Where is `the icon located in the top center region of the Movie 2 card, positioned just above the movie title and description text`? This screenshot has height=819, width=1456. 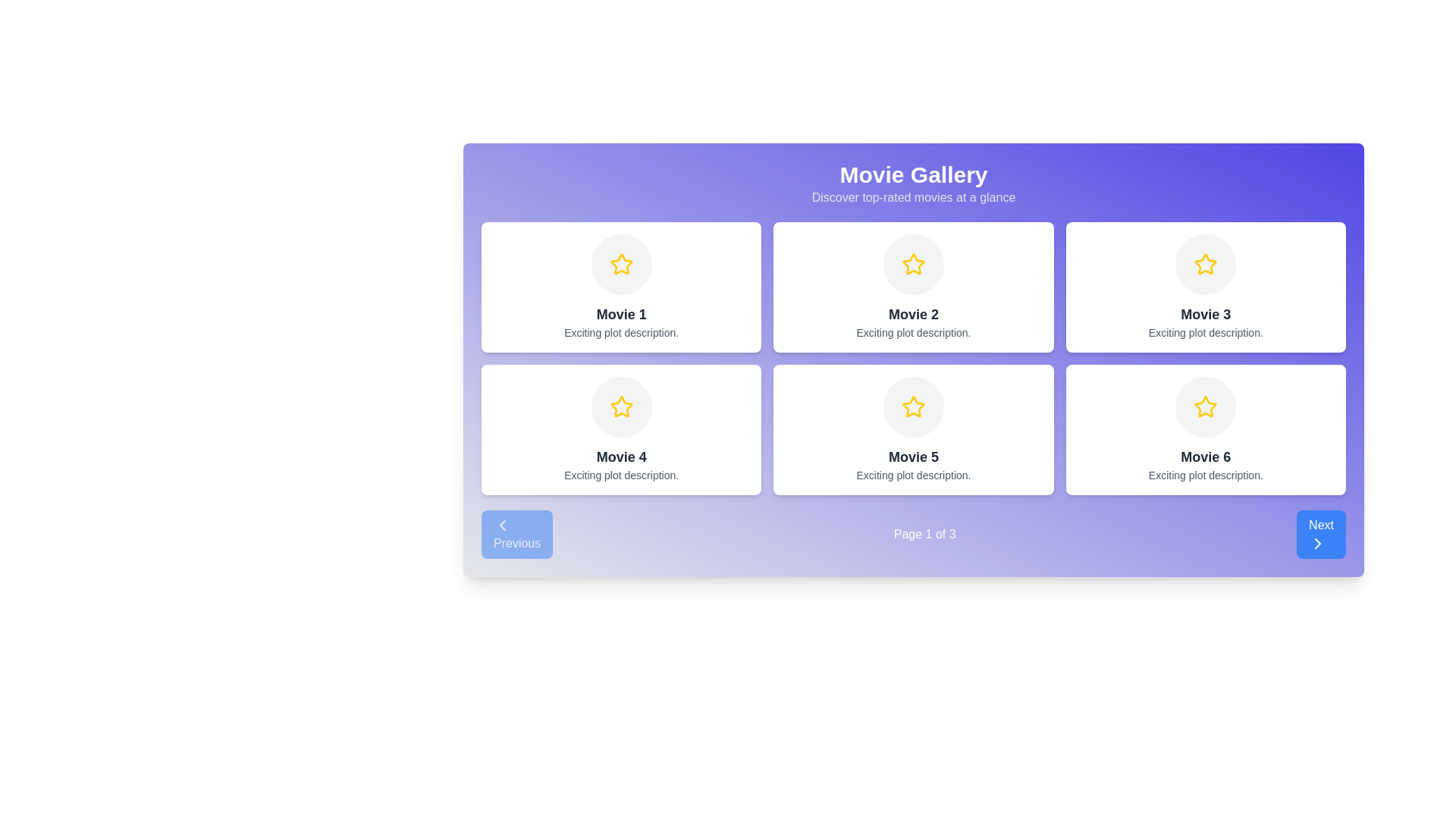 the icon located in the top center region of the Movie 2 card, positioned just above the movie title and description text is located at coordinates (912, 263).